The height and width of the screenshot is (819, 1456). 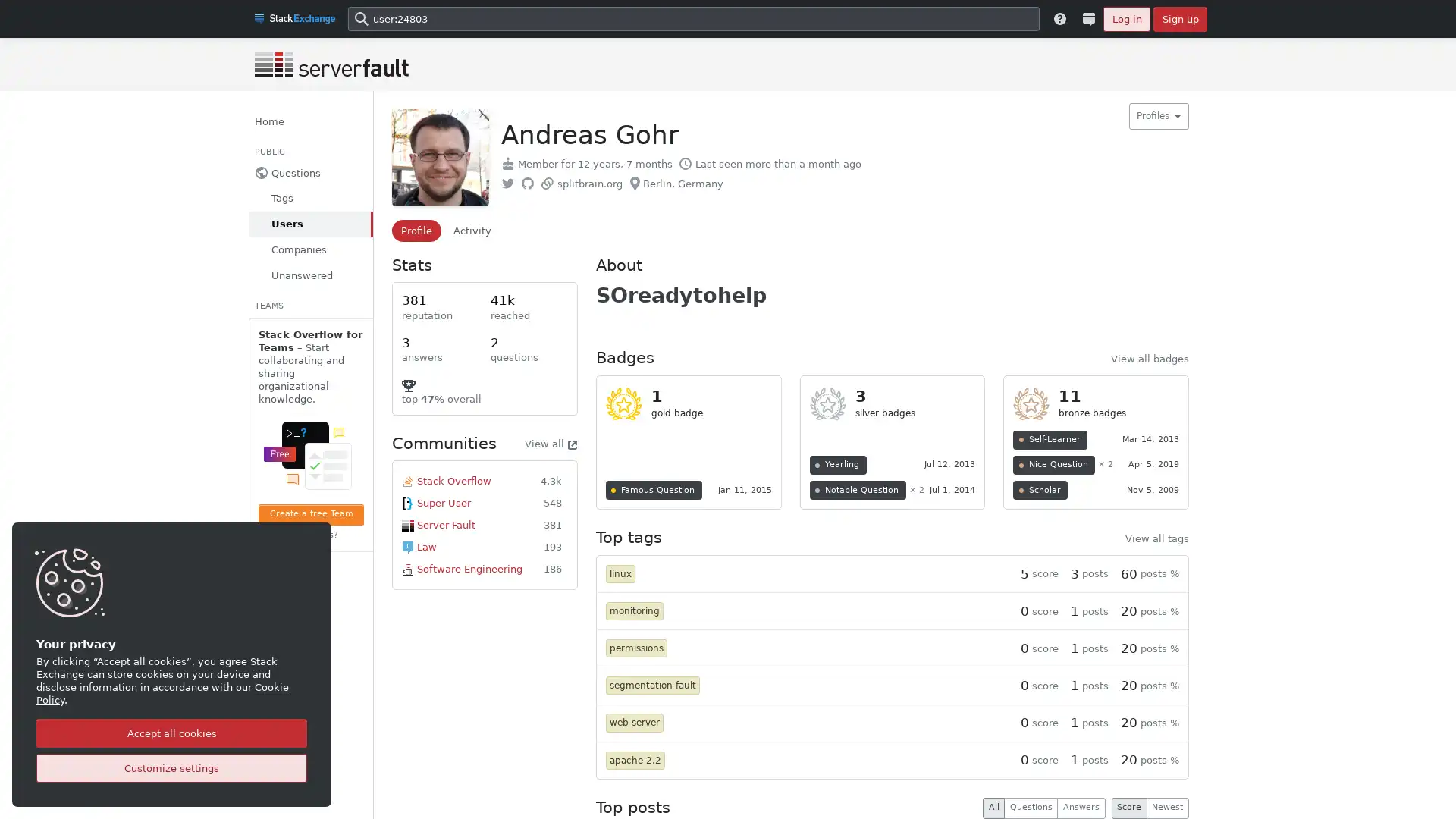 I want to click on Customize settings, so click(x=171, y=768).